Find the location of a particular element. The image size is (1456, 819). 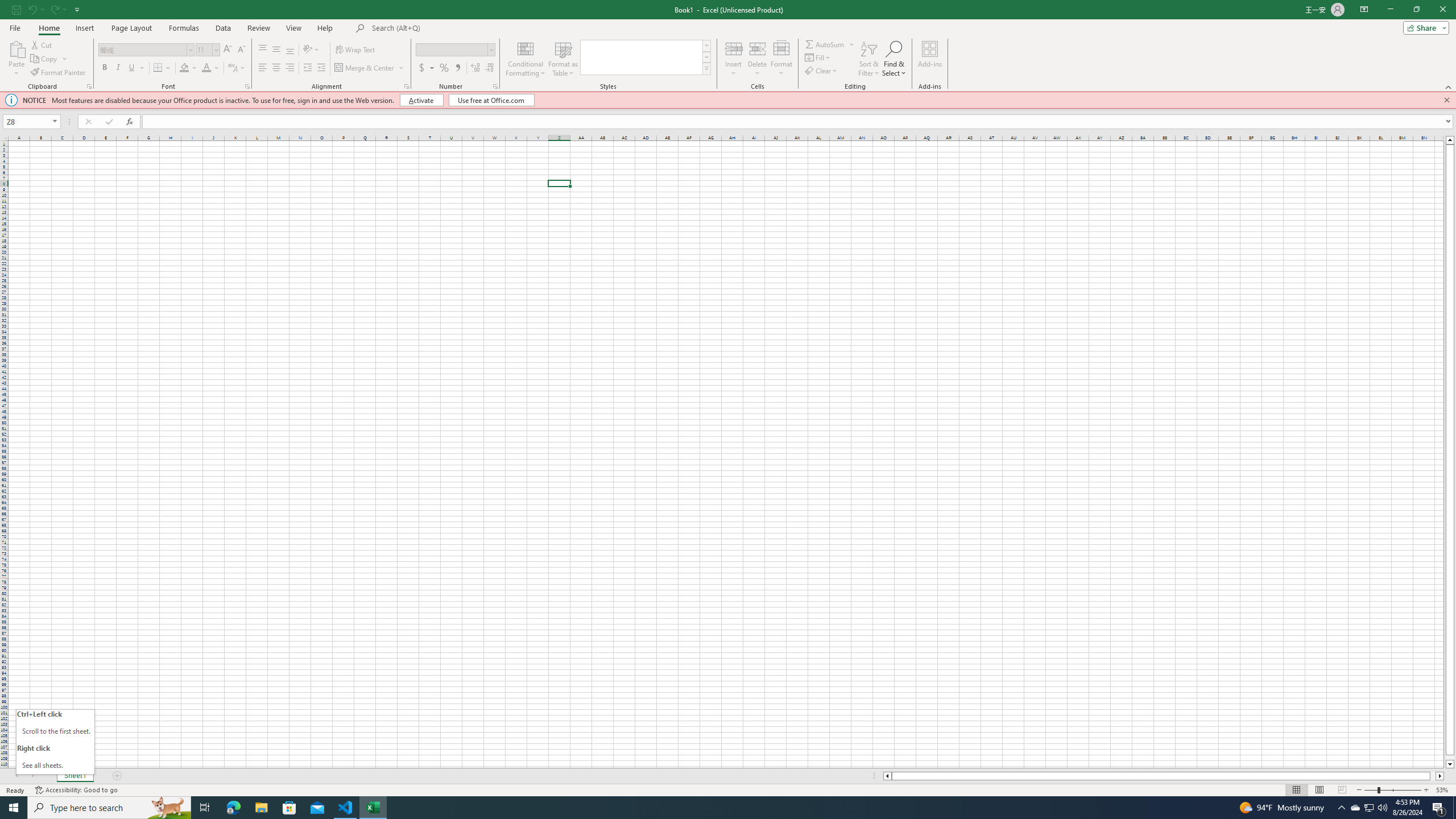

'Orientation' is located at coordinates (311, 49).